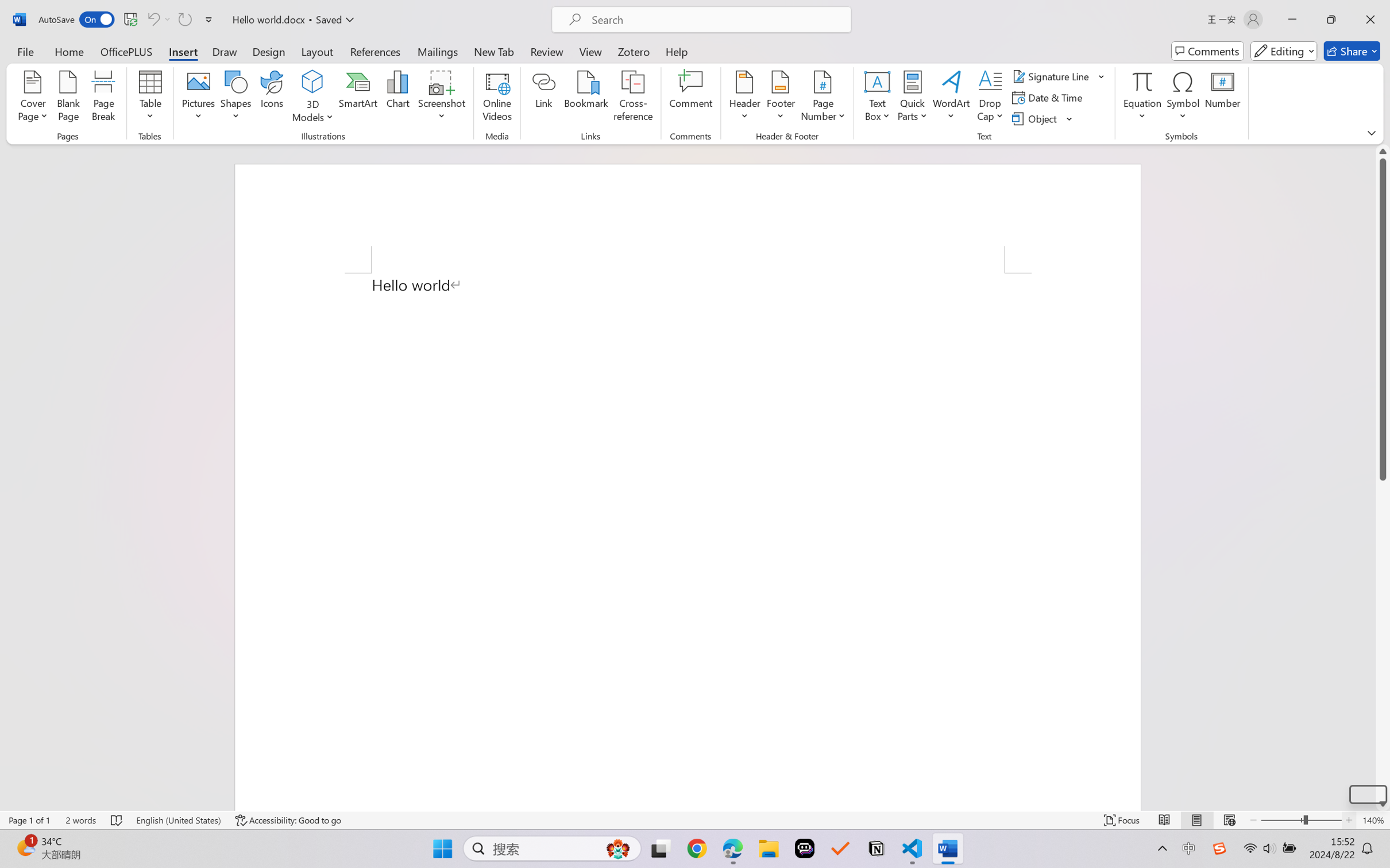 This screenshot has width=1390, height=868. What do you see at coordinates (632, 98) in the screenshot?
I see `'Cross-reference...'` at bounding box center [632, 98].